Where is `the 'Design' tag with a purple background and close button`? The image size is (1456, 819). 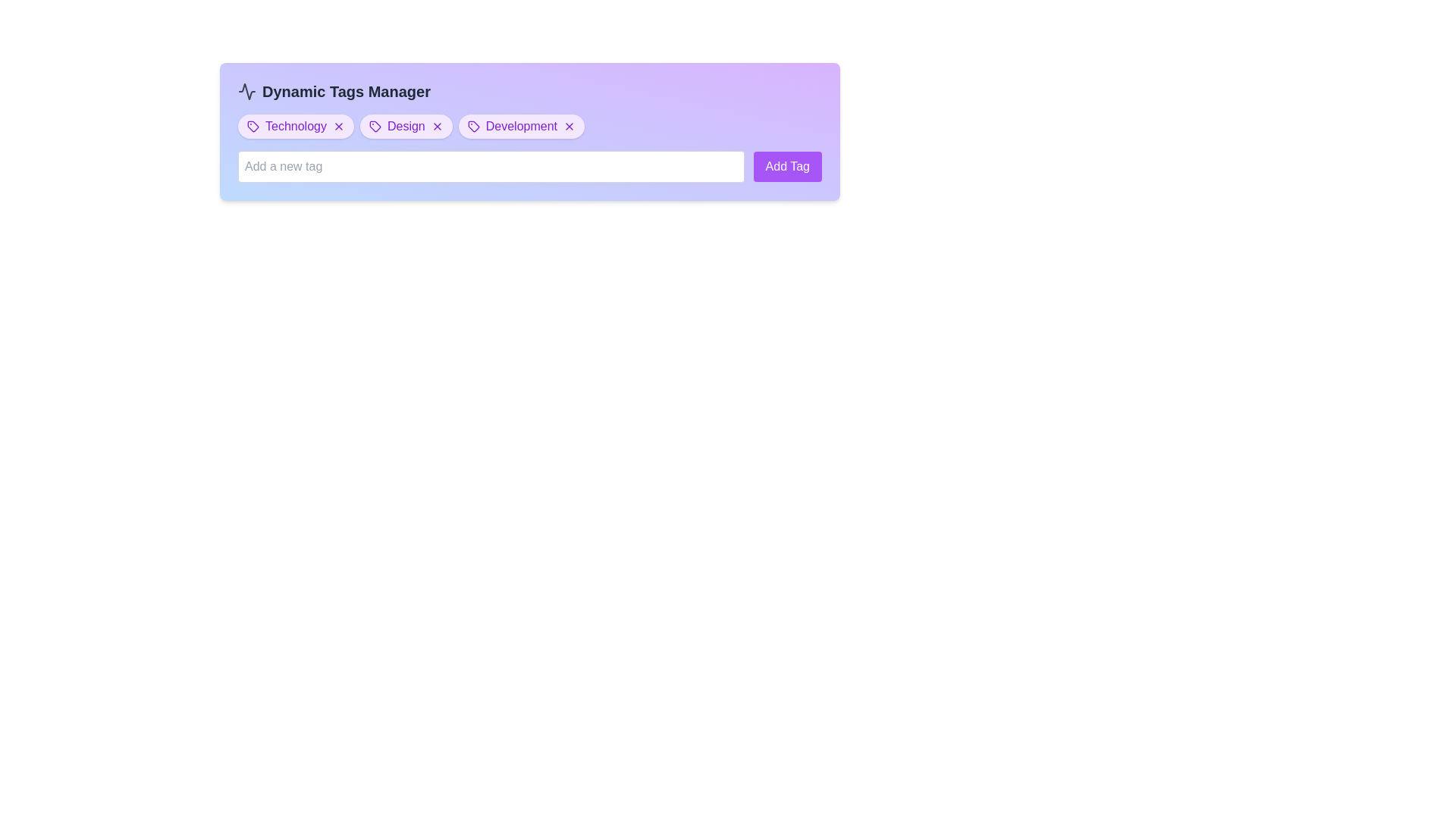 the 'Design' tag with a purple background and close button is located at coordinates (406, 125).